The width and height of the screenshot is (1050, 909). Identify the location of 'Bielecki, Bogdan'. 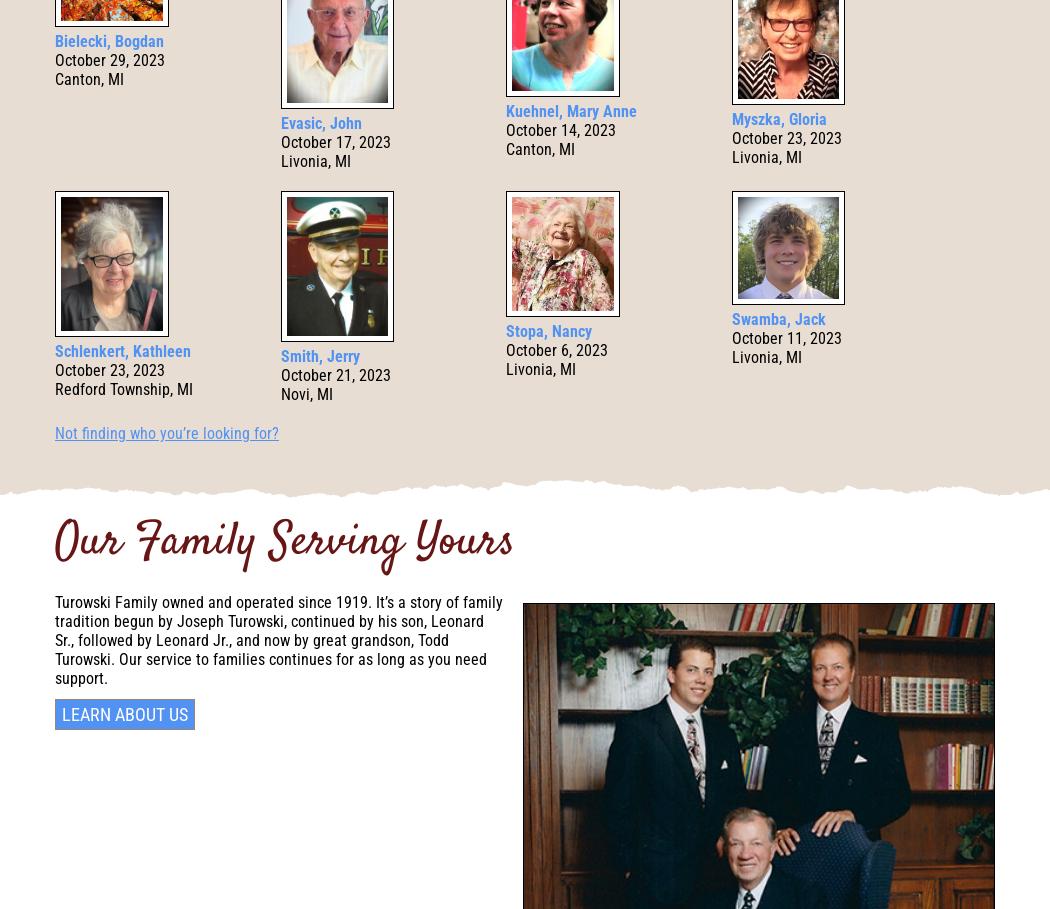
(109, 41).